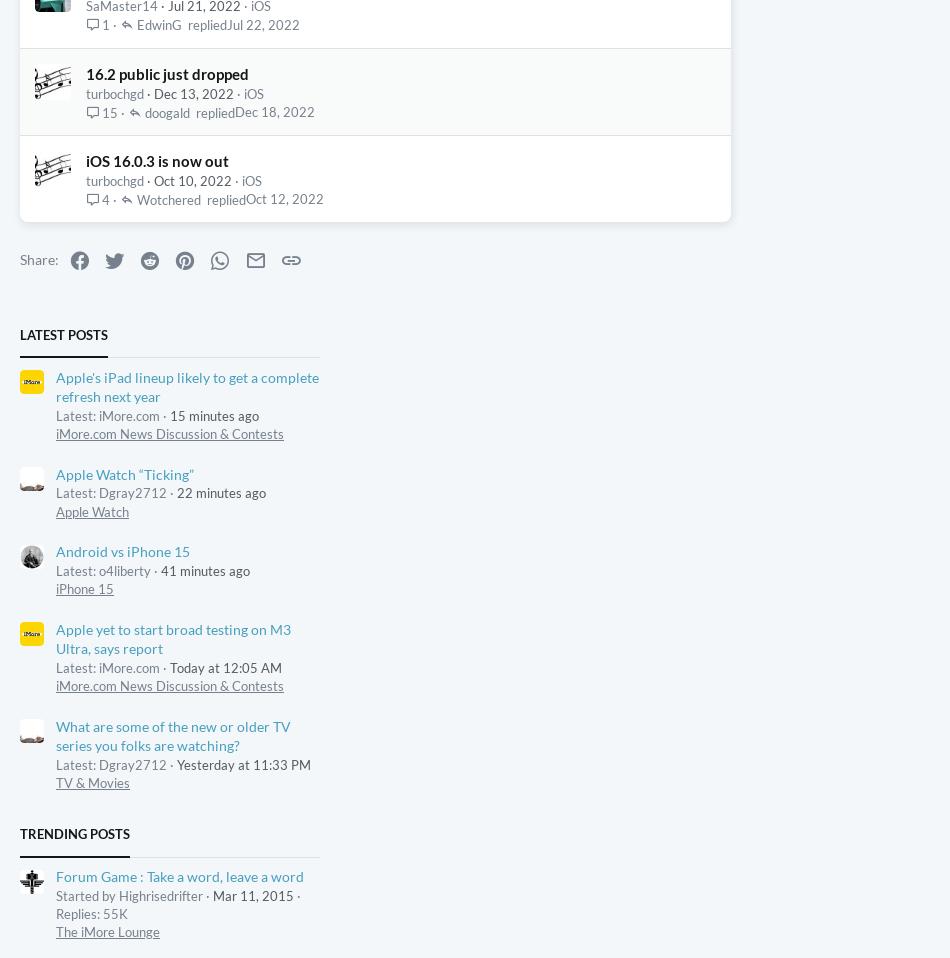 Image resolution: width=950 pixels, height=958 pixels. I want to click on 'Dec 13, 2022', so click(193, 229).